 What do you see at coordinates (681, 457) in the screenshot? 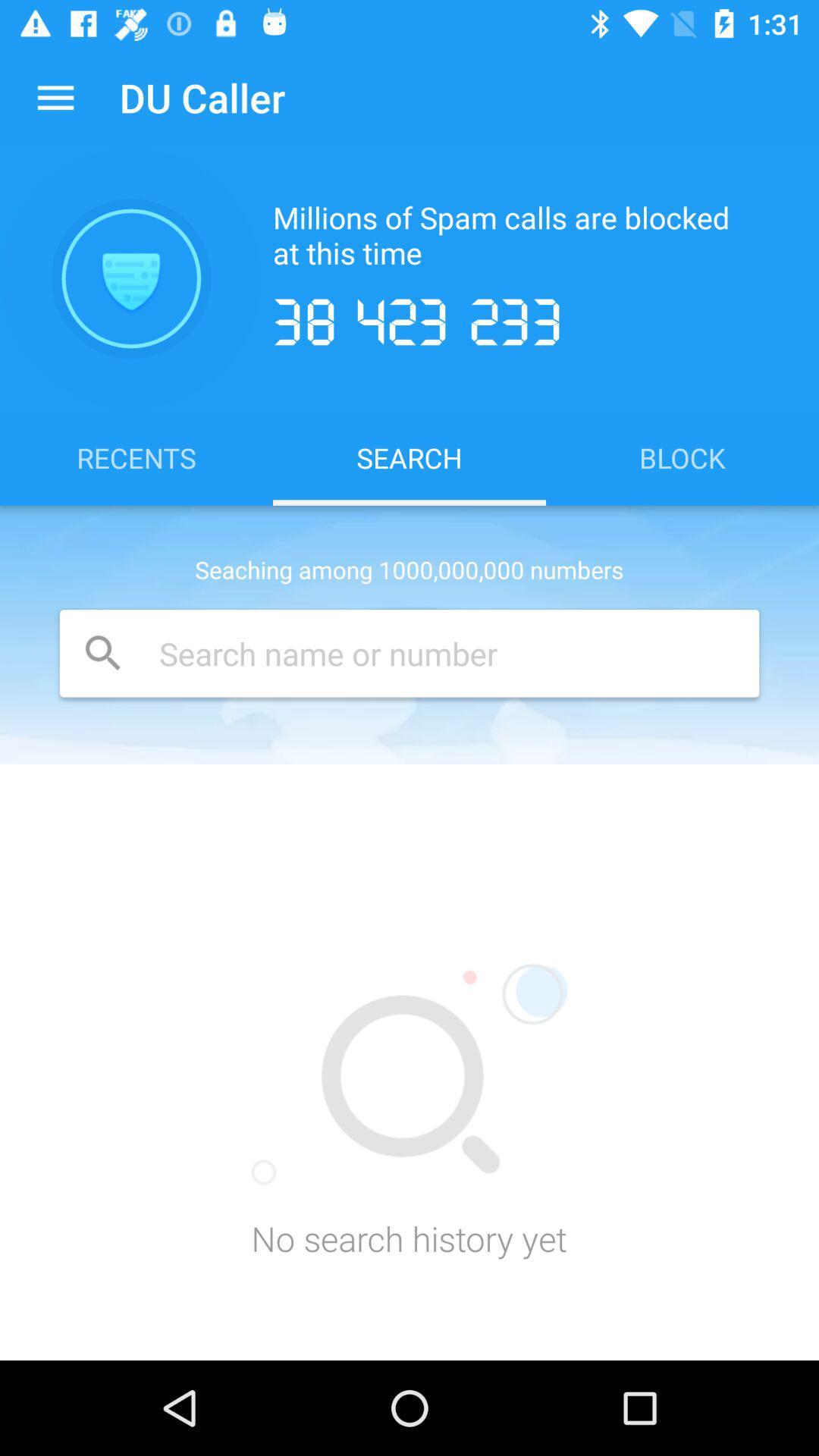
I see `block icon` at bounding box center [681, 457].